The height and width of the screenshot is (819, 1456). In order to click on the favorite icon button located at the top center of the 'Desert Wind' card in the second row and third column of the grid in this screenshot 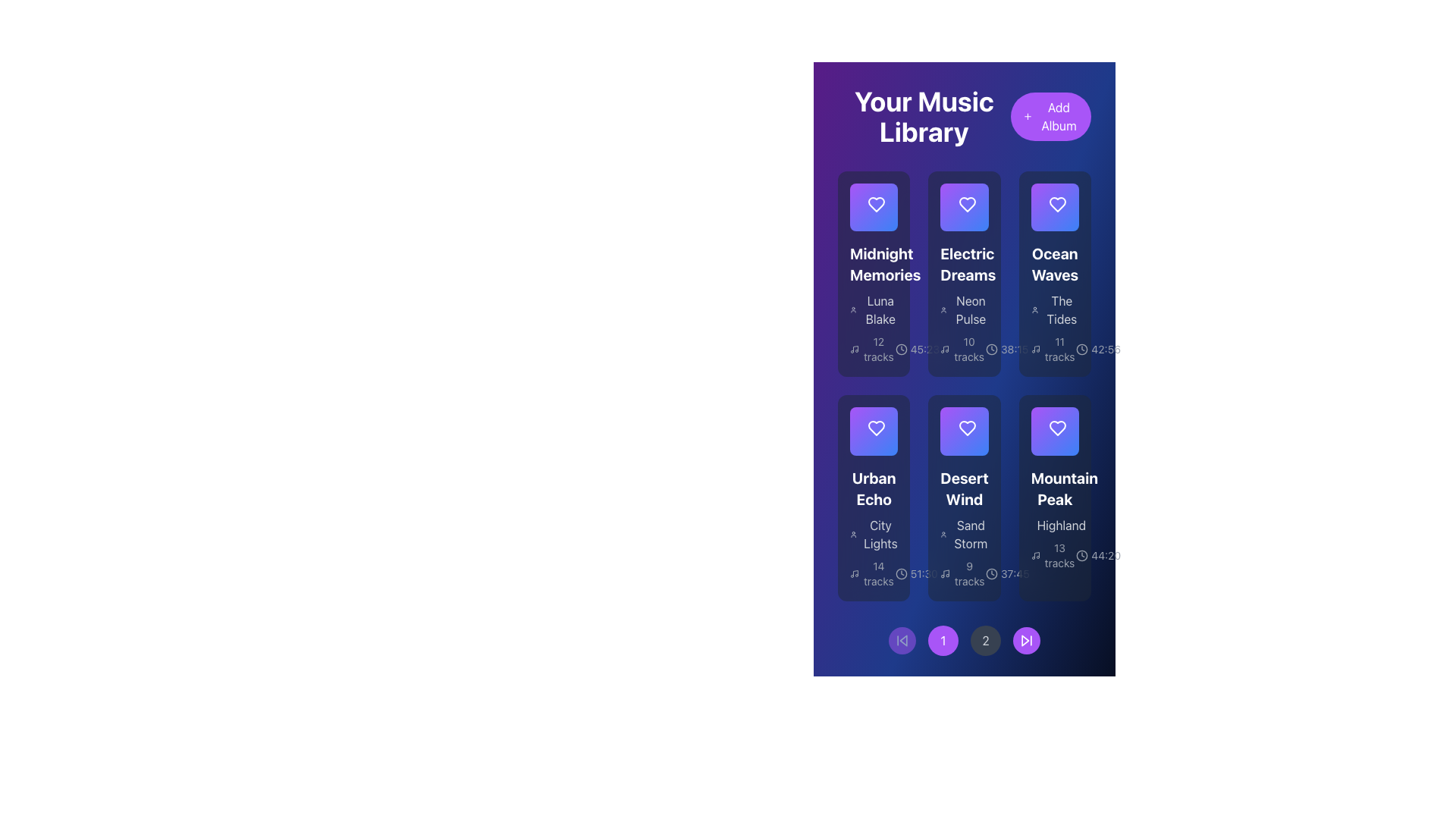, I will do `click(964, 431)`.